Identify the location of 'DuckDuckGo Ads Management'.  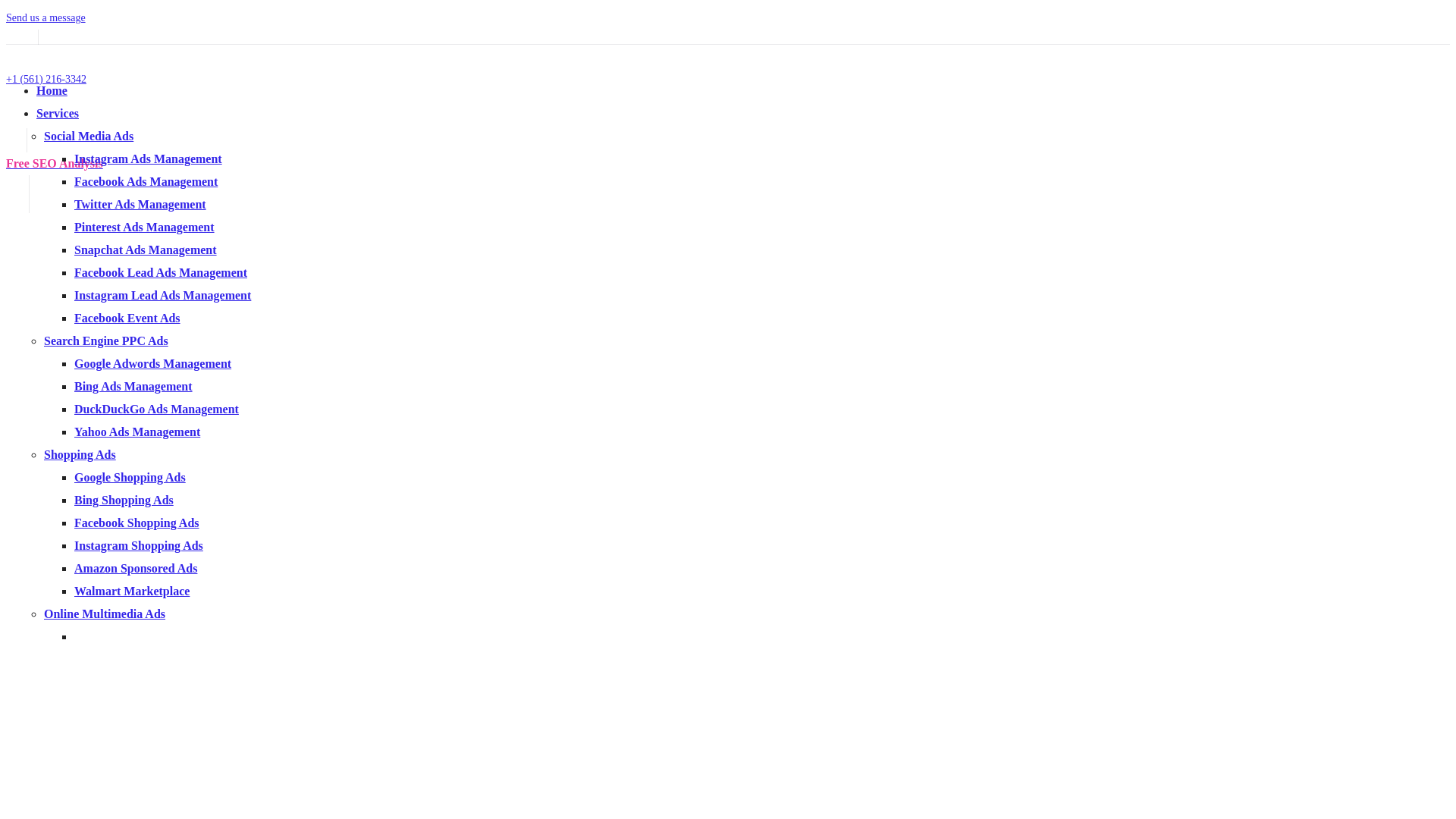
(156, 408).